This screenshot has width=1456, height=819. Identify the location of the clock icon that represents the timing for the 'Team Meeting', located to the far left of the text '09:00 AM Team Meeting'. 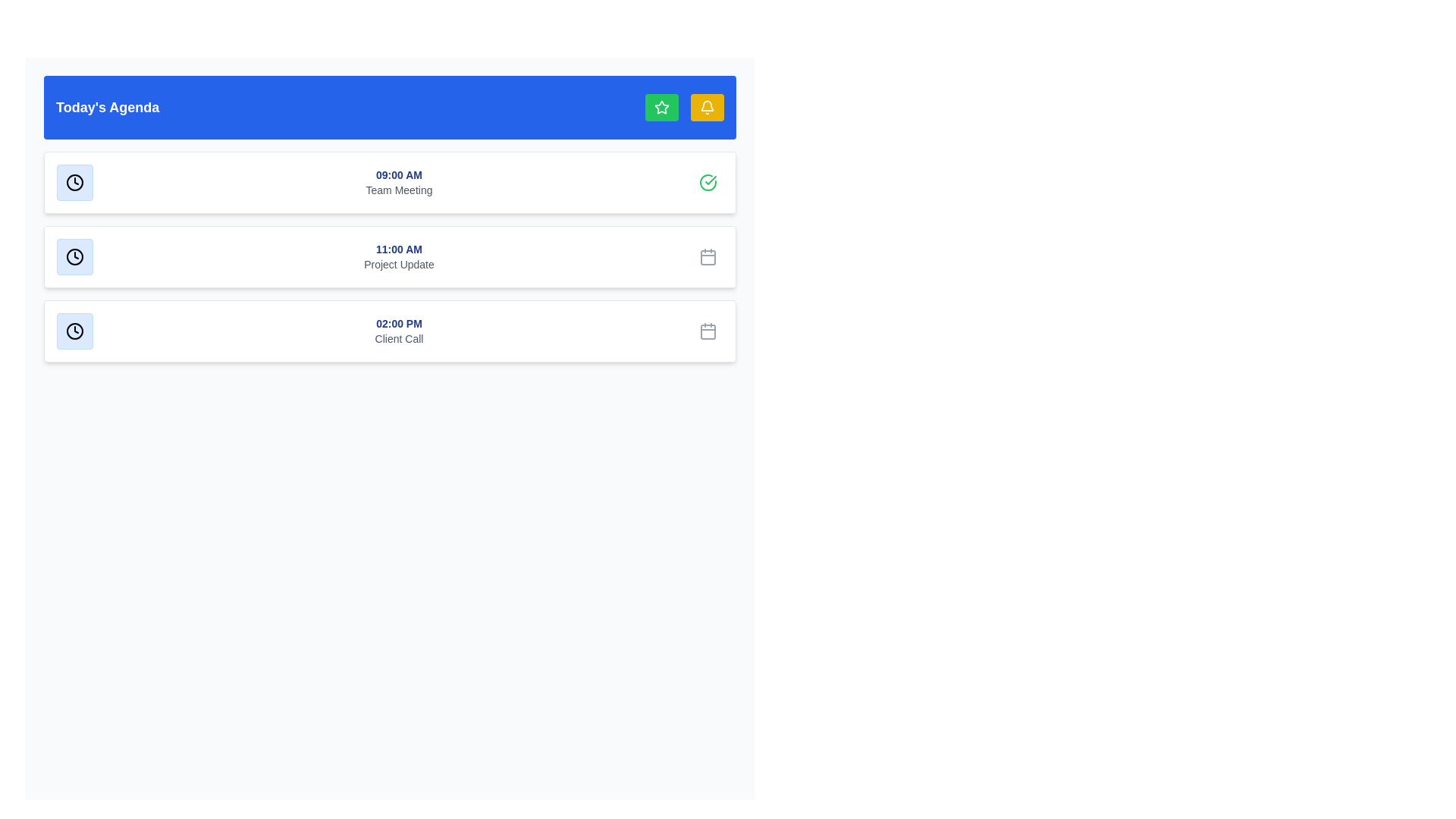
(74, 181).